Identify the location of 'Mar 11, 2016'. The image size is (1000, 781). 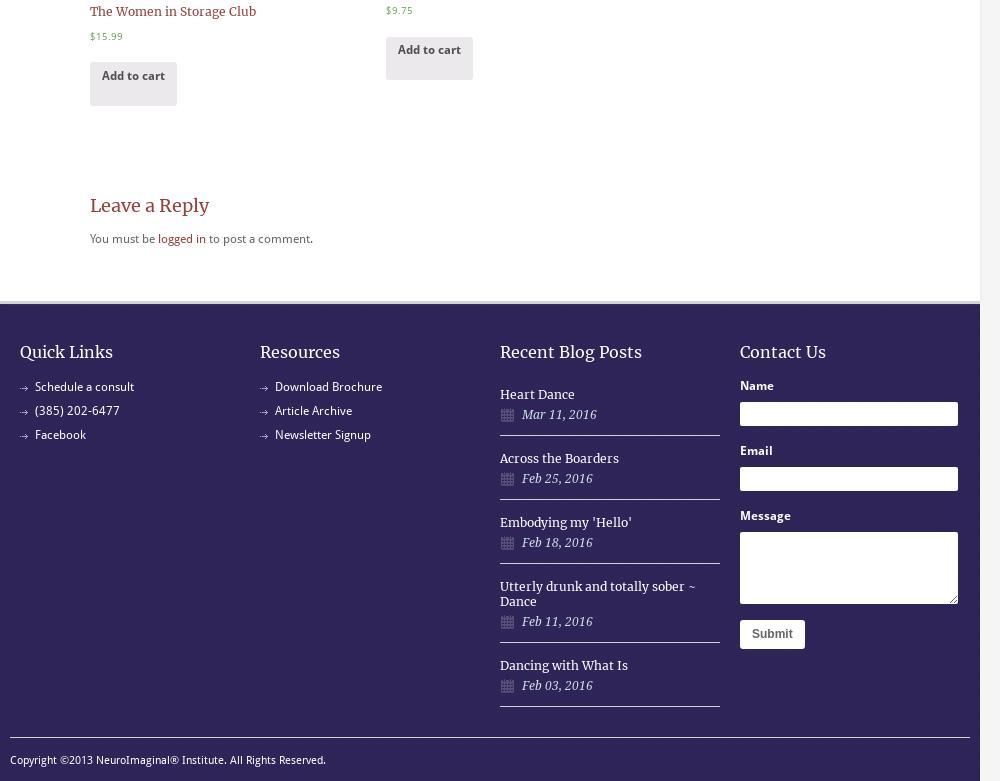
(559, 413).